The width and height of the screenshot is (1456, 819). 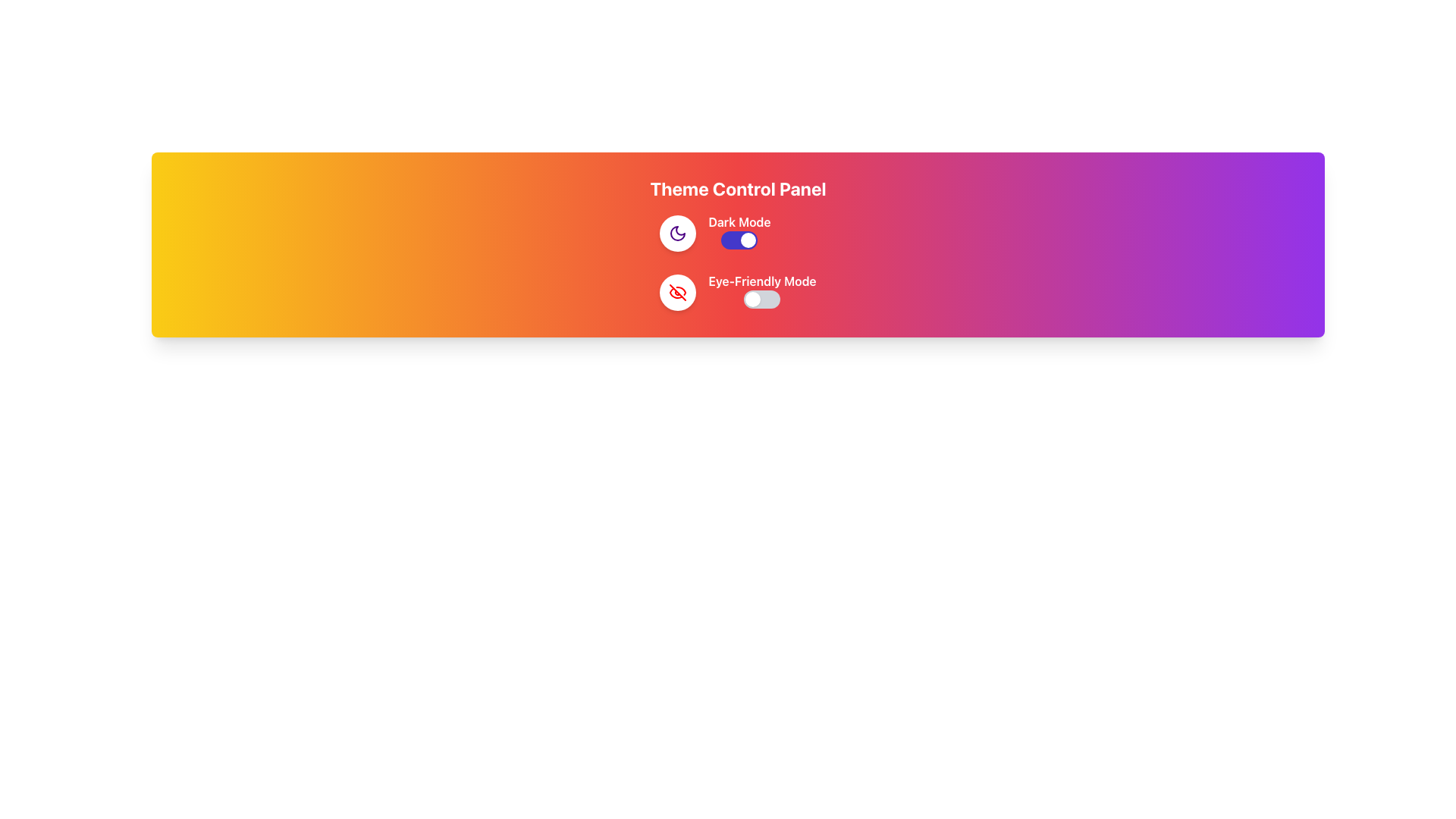 What do you see at coordinates (738, 292) in the screenshot?
I see `the 'Eye-Friendly Mode' toggle switch located below the 'Dark Mode' toggle in the 'Theme Control Panel' to switch modes` at bounding box center [738, 292].